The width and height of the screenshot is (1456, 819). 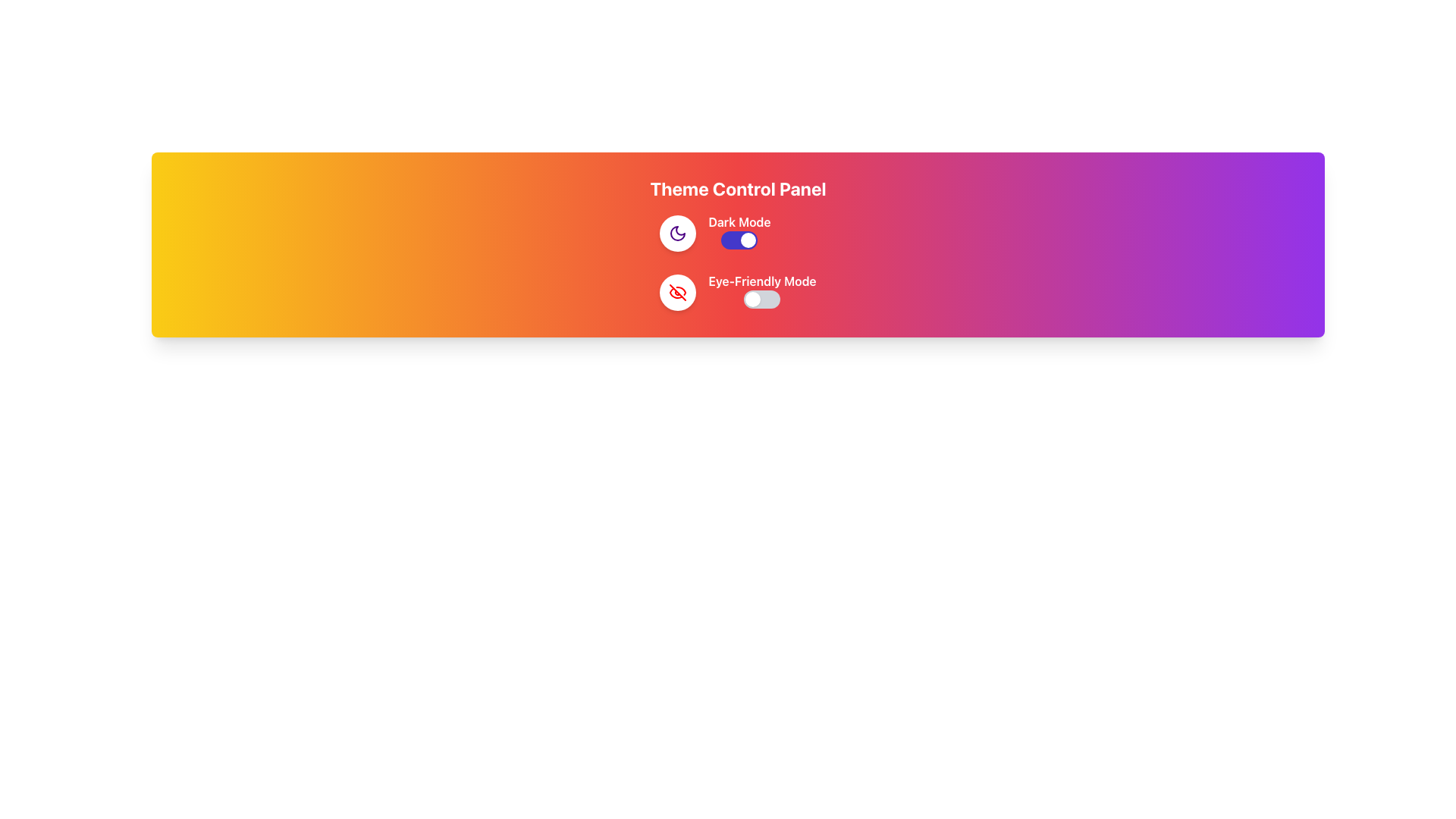 What do you see at coordinates (738, 292) in the screenshot?
I see `the 'Eye-Friendly Mode' toggle switch located below the 'Dark Mode' toggle in the 'Theme Control Panel' to switch modes` at bounding box center [738, 292].